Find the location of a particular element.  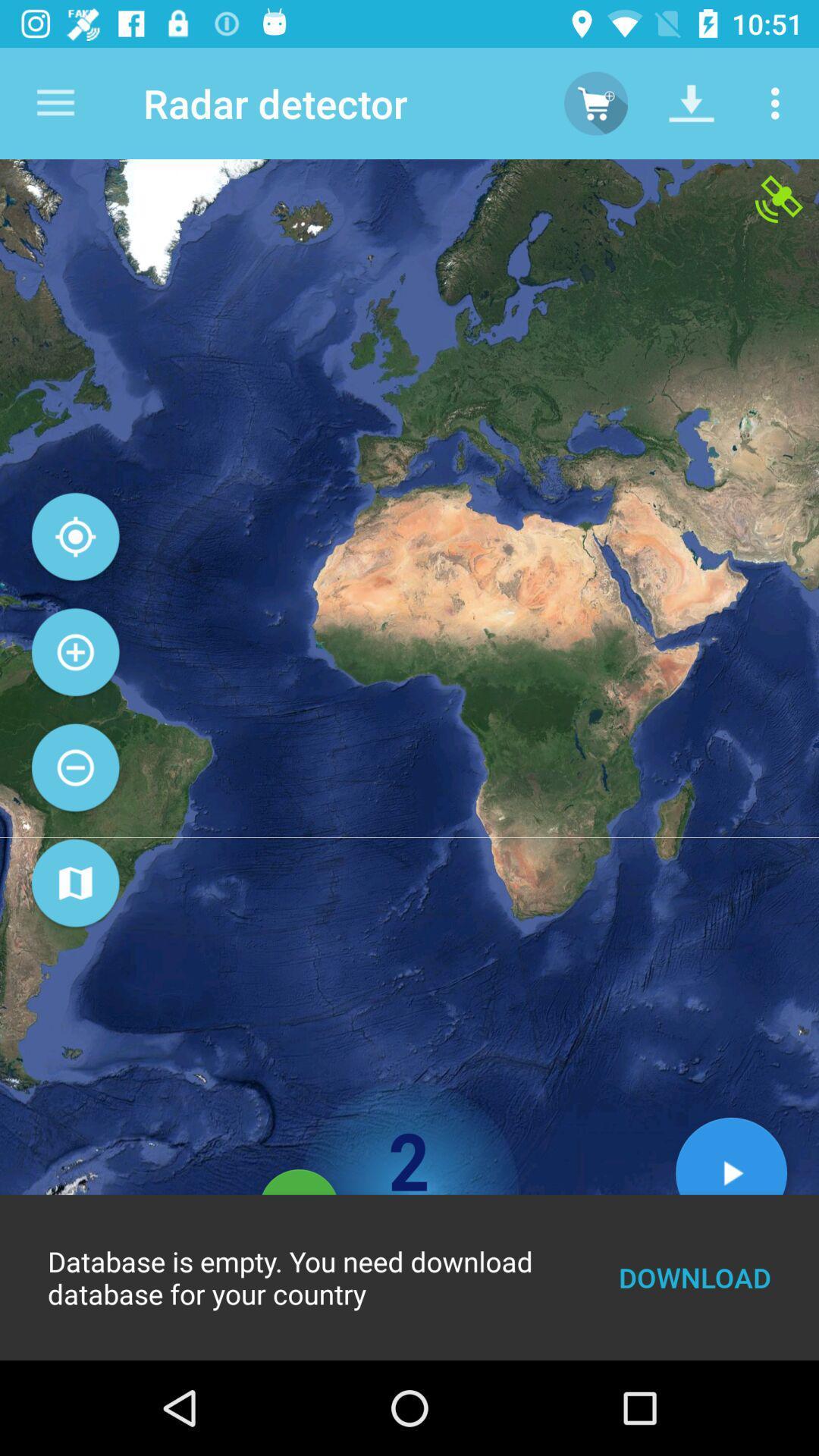

the add icon is located at coordinates (75, 652).